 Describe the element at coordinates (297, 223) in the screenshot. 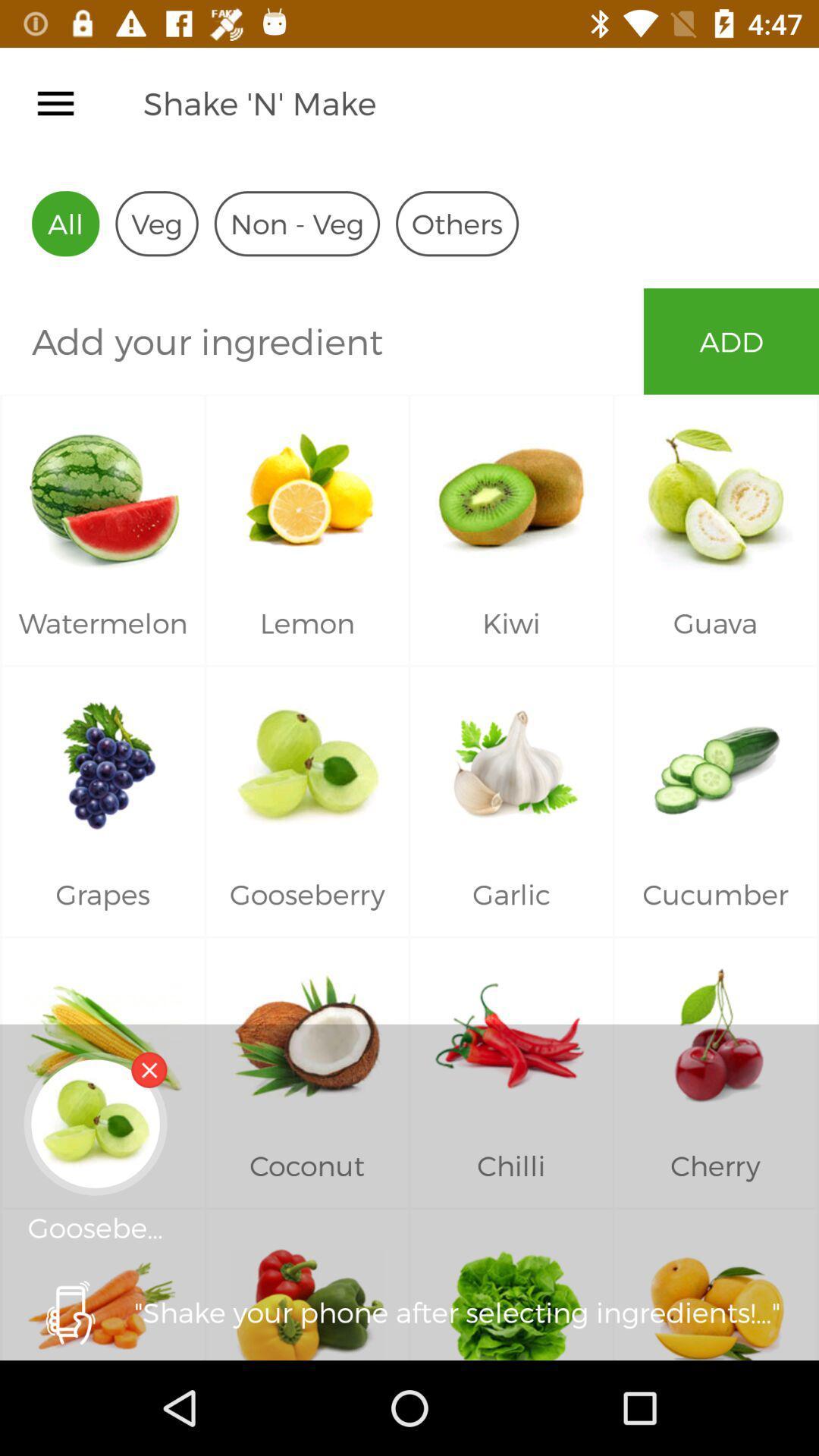

I see `icon next to others` at that location.